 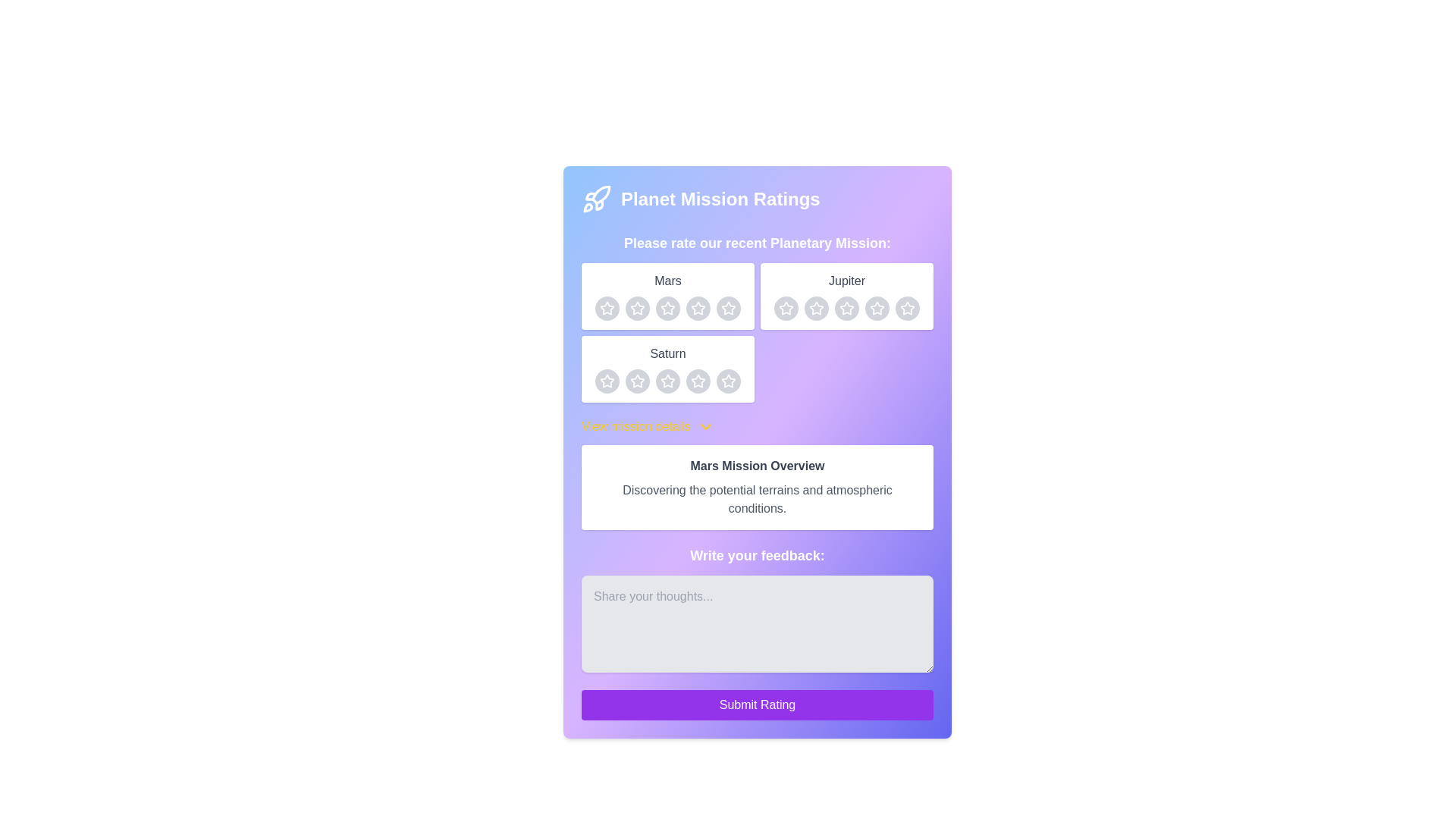 I want to click on the fourth star icon in the rating system under the 'Jupiter' header, so click(x=786, y=307).